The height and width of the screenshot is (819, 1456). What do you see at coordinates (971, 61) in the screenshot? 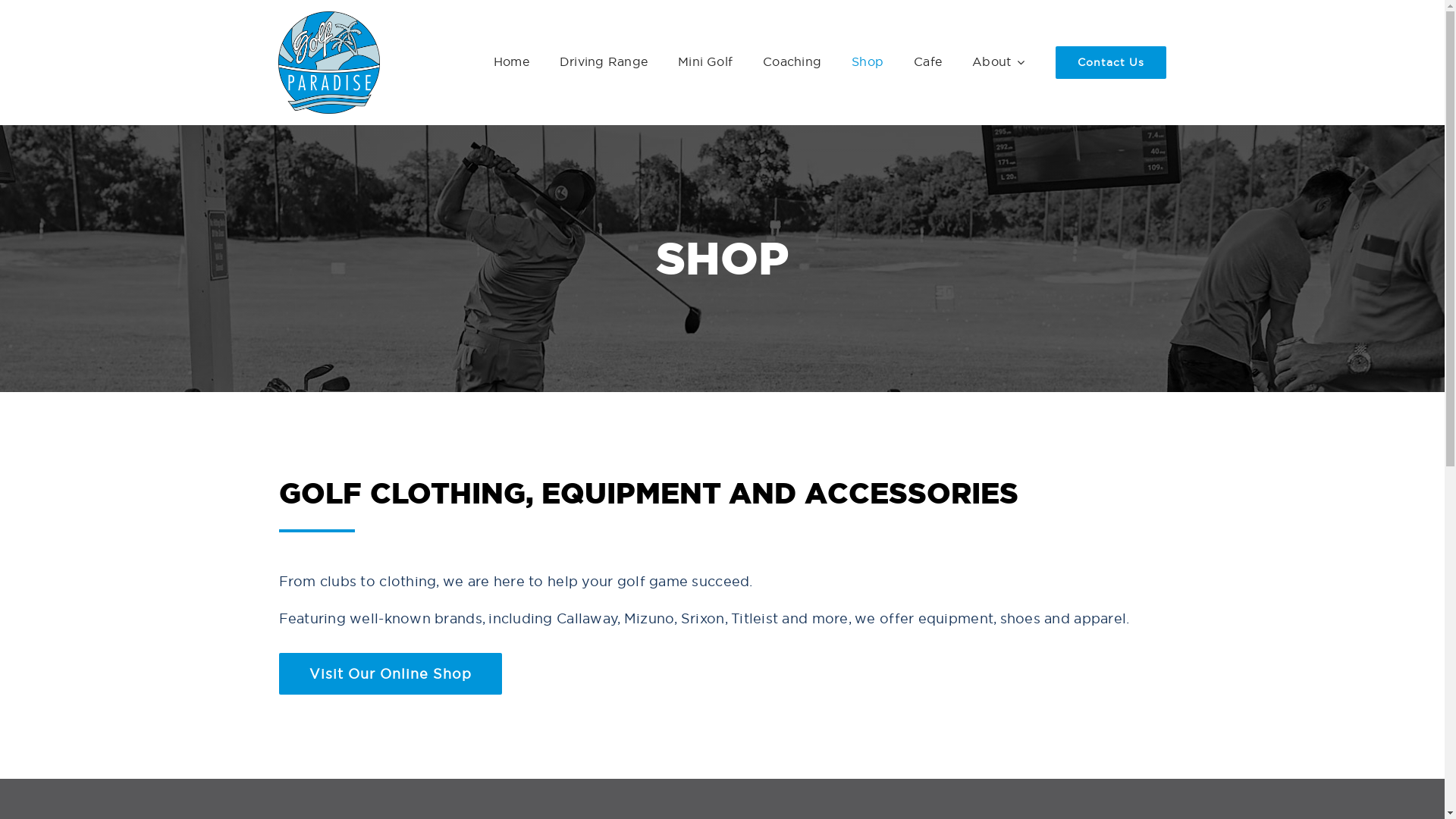
I see `'About'` at bounding box center [971, 61].